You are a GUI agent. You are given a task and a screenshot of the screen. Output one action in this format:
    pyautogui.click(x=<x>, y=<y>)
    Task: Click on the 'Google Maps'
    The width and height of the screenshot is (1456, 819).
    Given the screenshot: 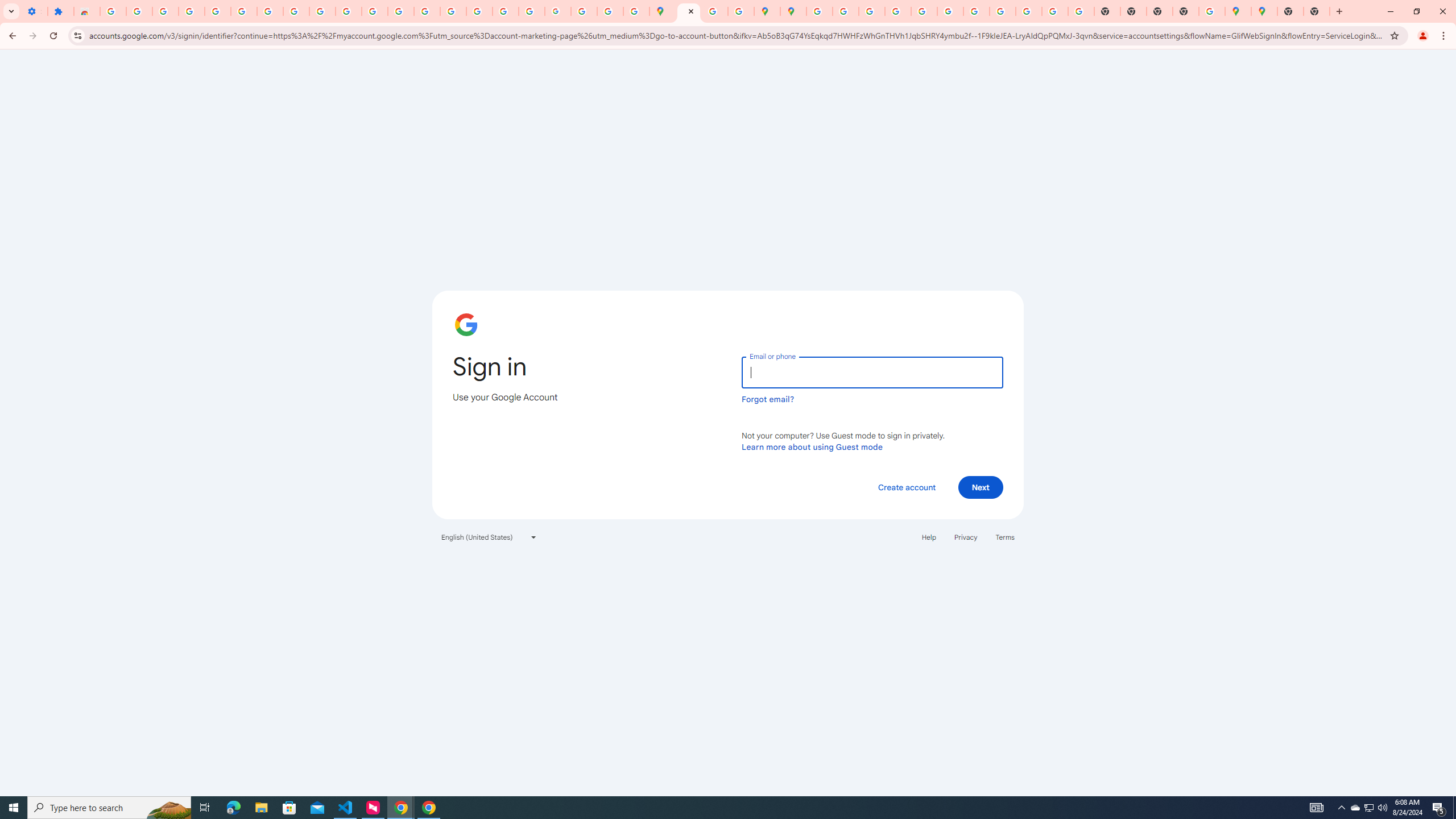 What is the action you would take?
    pyautogui.click(x=1264, y=11)
    